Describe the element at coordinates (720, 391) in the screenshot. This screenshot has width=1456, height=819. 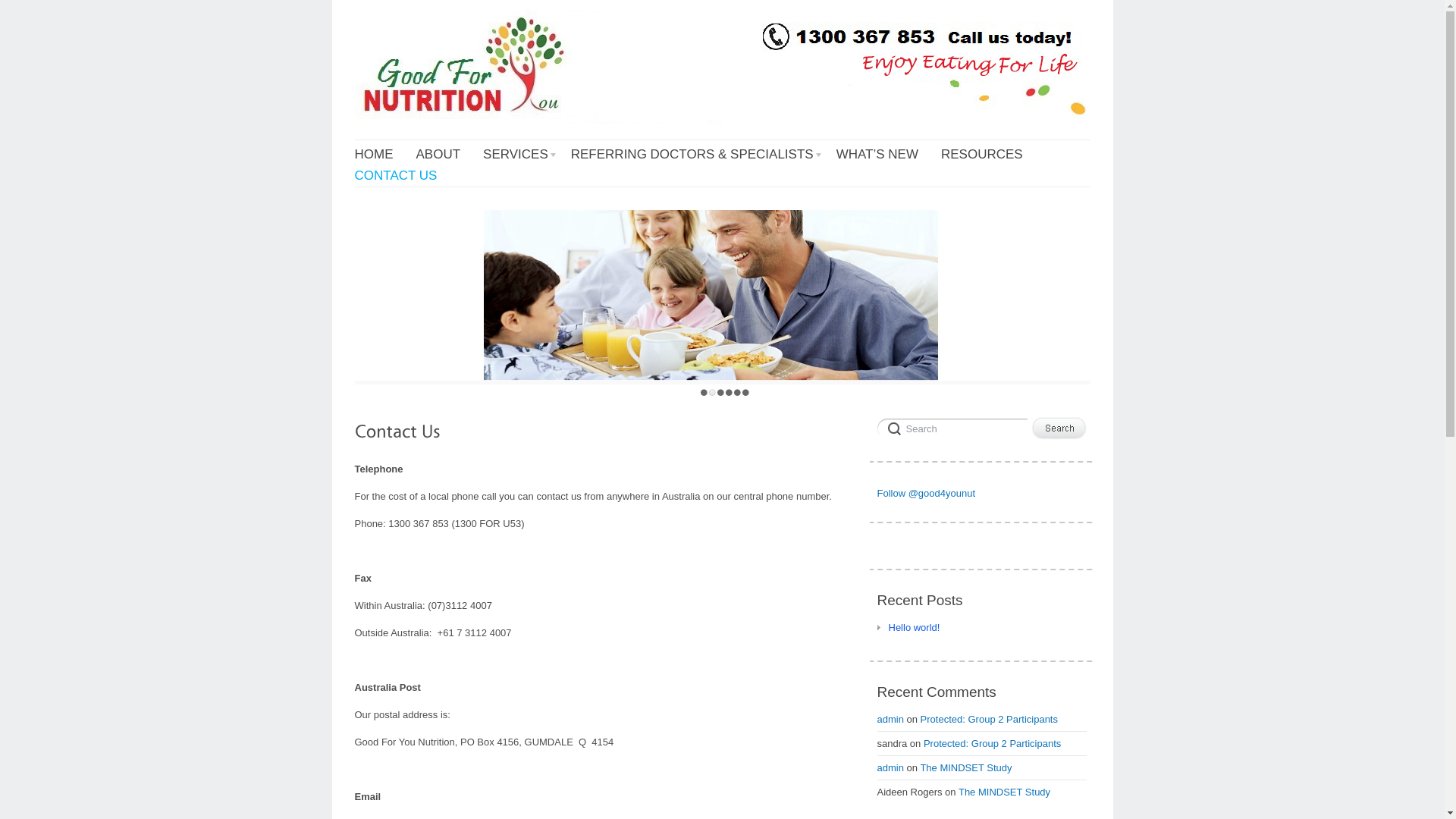
I see `'3'` at that location.